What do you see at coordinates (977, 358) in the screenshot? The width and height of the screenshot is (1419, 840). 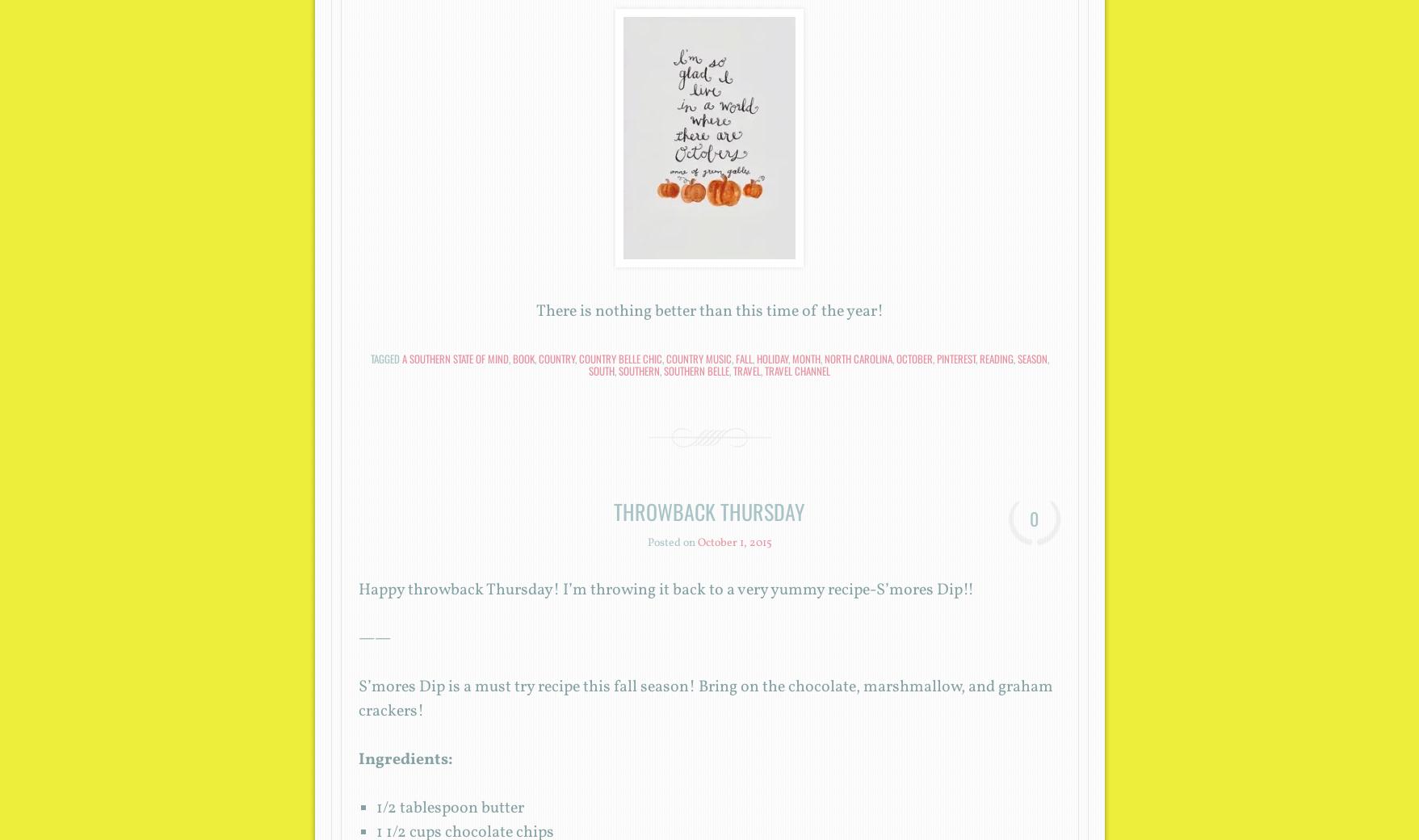 I see `'reading'` at bounding box center [977, 358].